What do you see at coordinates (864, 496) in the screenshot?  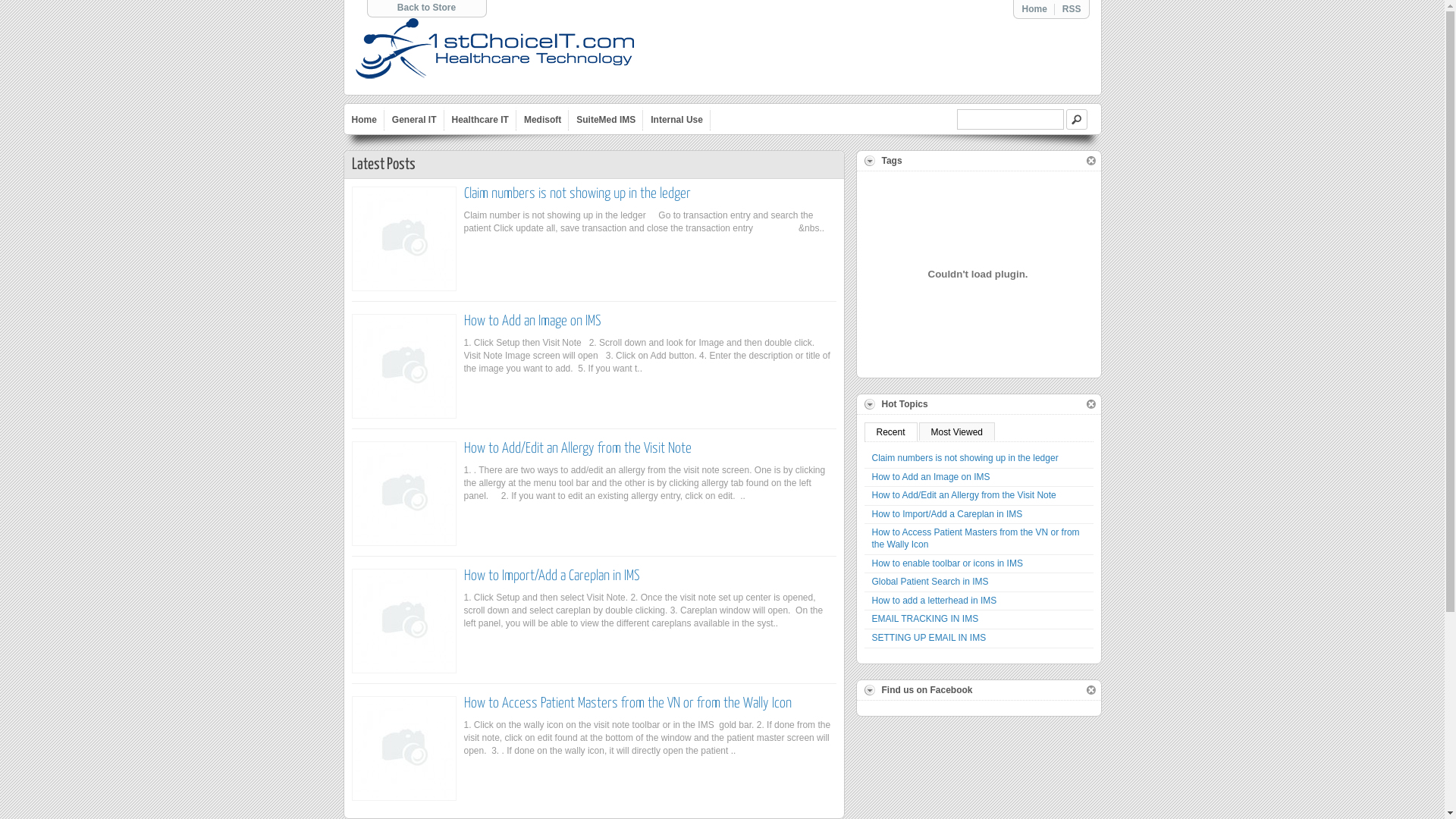 I see `'How to Add/Edit an Allergy from the Visit Note'` at bounding box center [864, 496].